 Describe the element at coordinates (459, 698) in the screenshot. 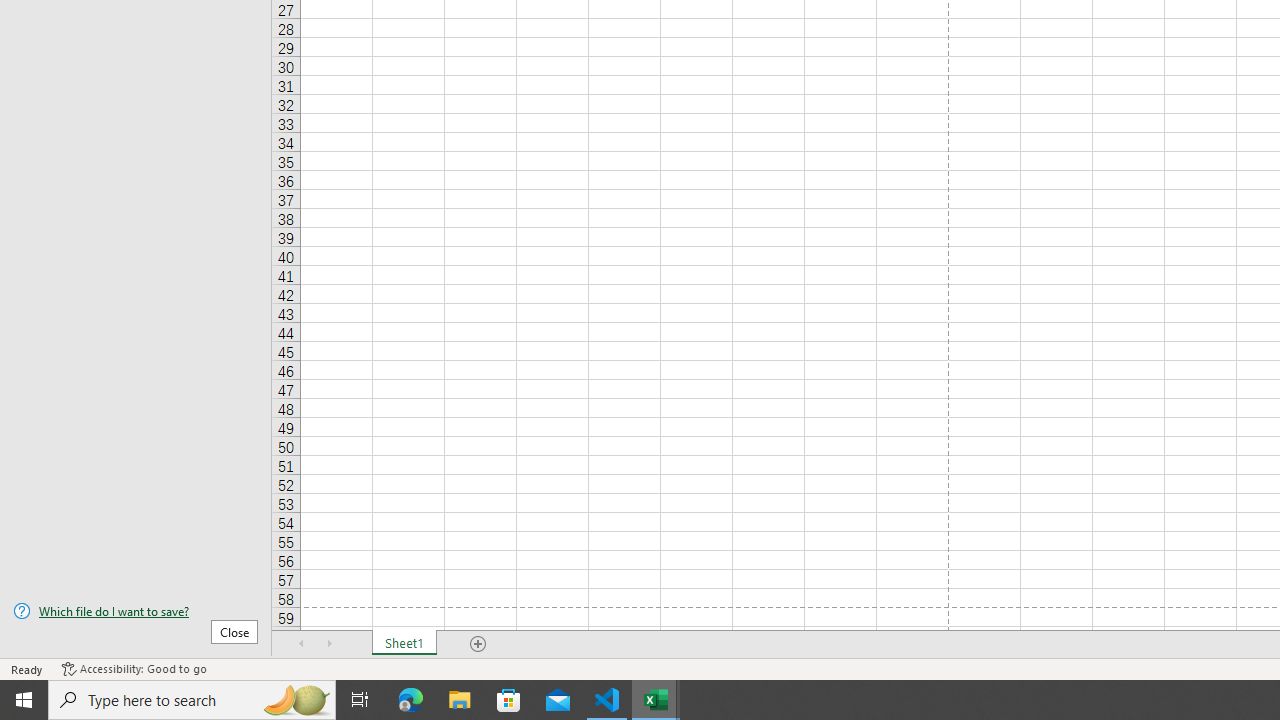

I see `'File Explorer'` at that location.